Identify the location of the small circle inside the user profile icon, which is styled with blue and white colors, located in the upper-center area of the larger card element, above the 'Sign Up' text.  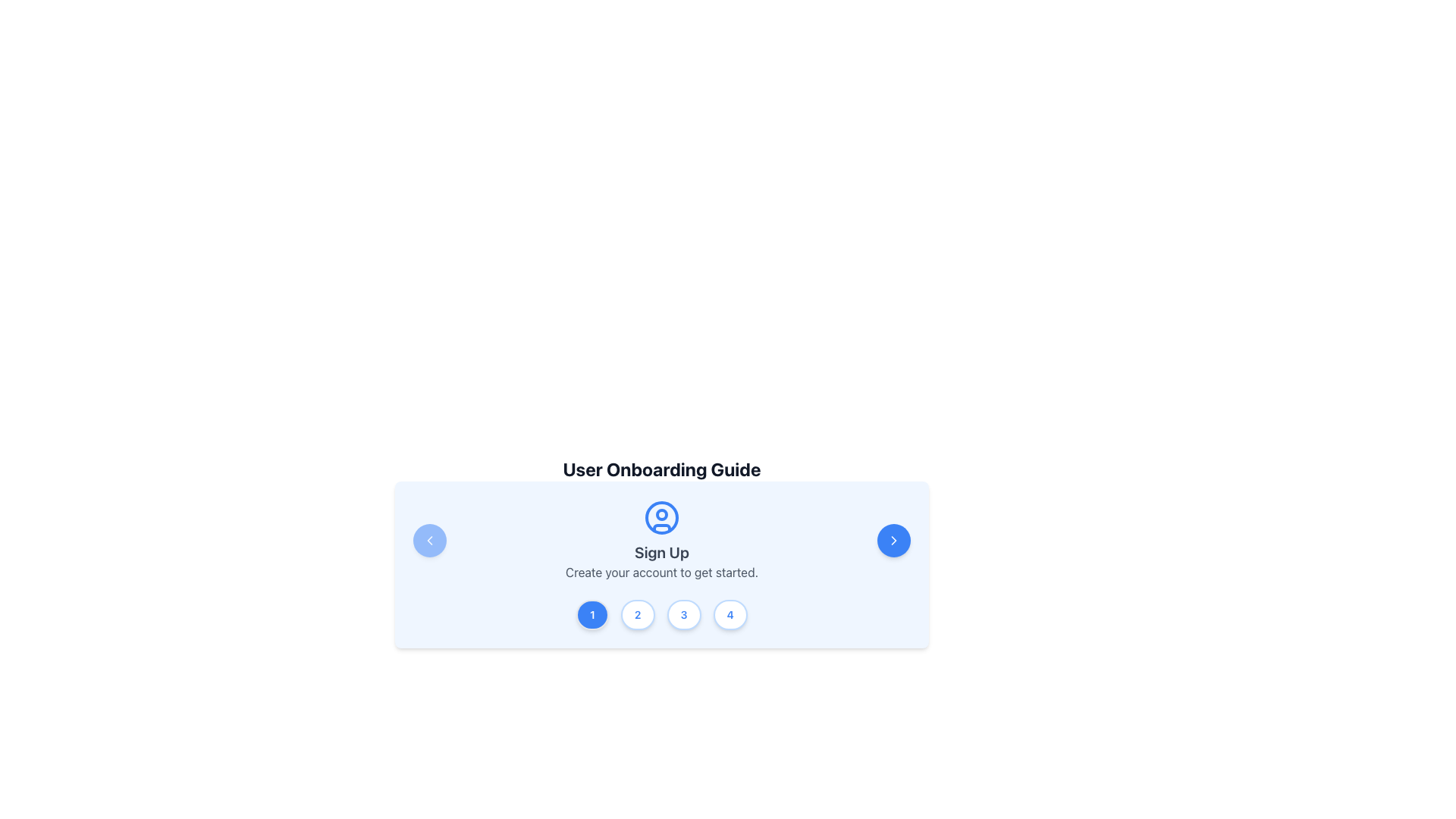
(662, 513).